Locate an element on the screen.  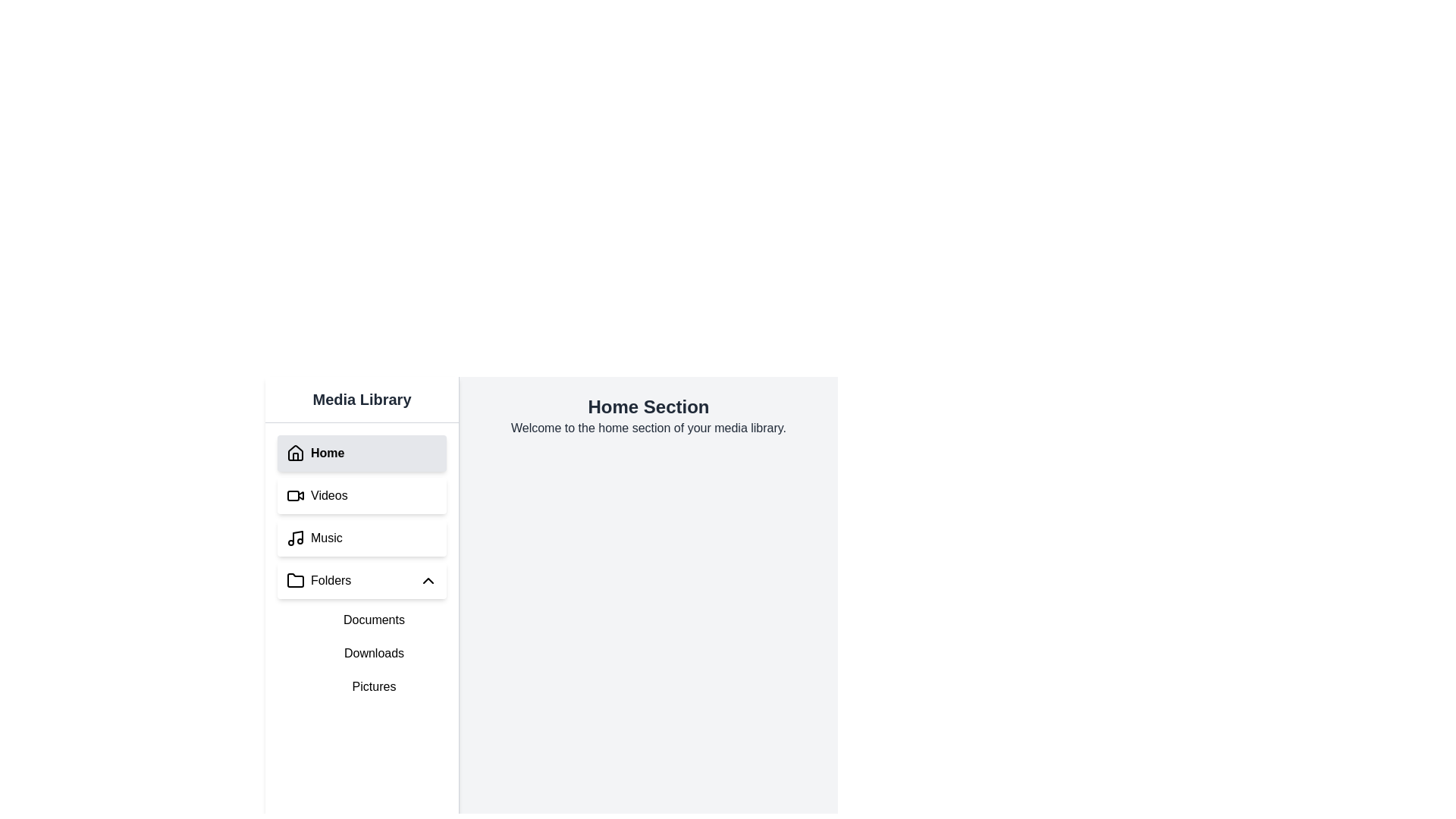
the 'Home' icon located in the sidebar navigation menu, which is the first icon to the left of the 'Home' text label is located at coordinates (295, 452).